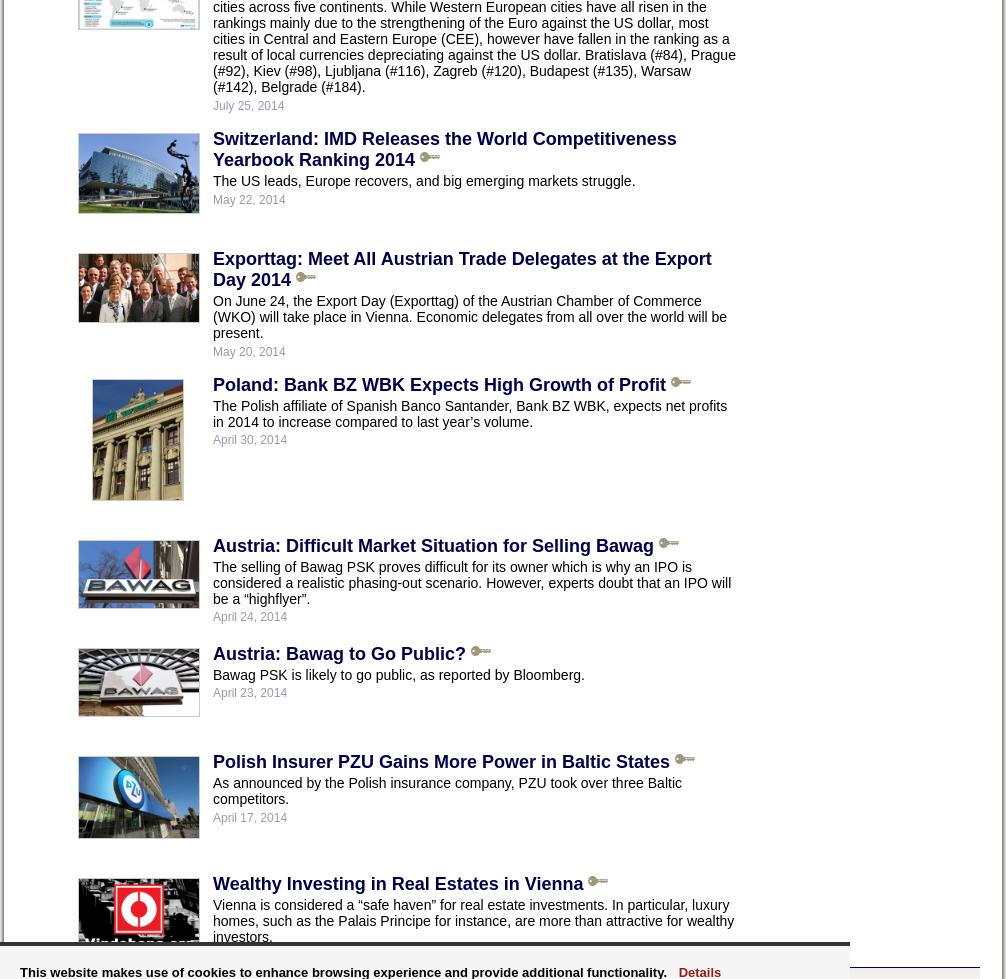  I want to click on 'Austria: Difficult Market Situation for Selling Bawag', so click(432, 544).